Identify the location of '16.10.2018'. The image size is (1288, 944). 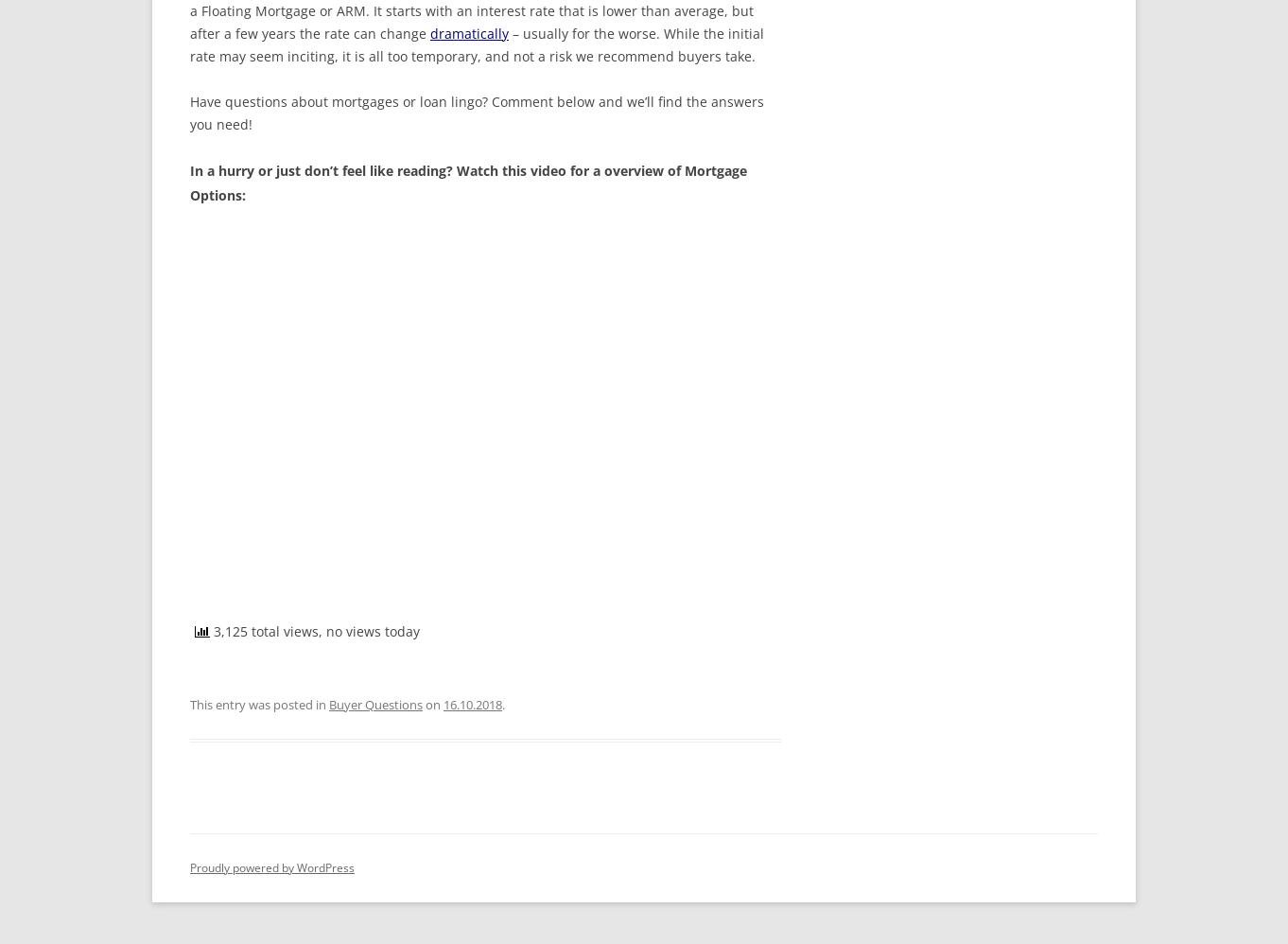
(471, 704).